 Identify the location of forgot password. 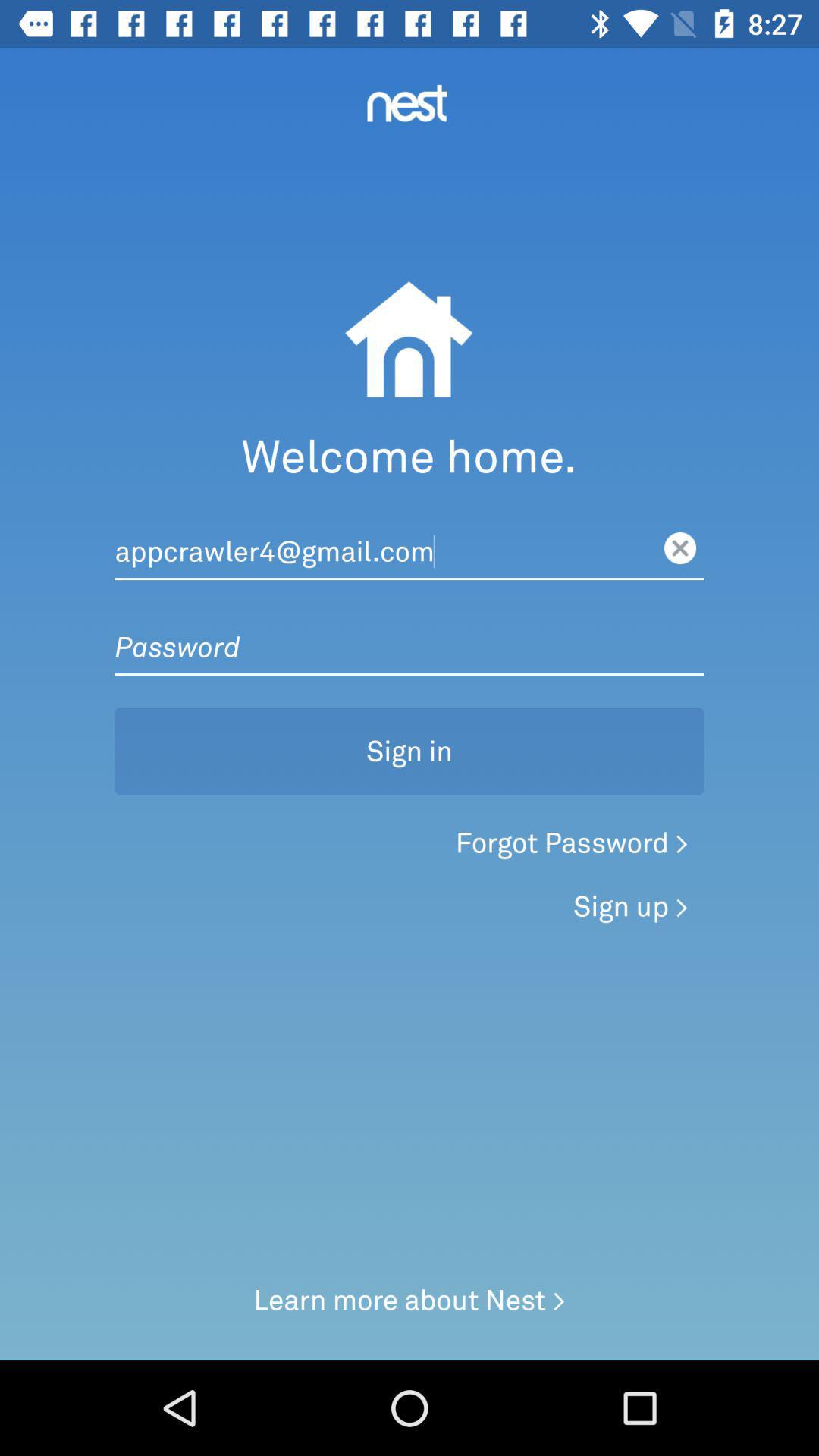
(572, 843).